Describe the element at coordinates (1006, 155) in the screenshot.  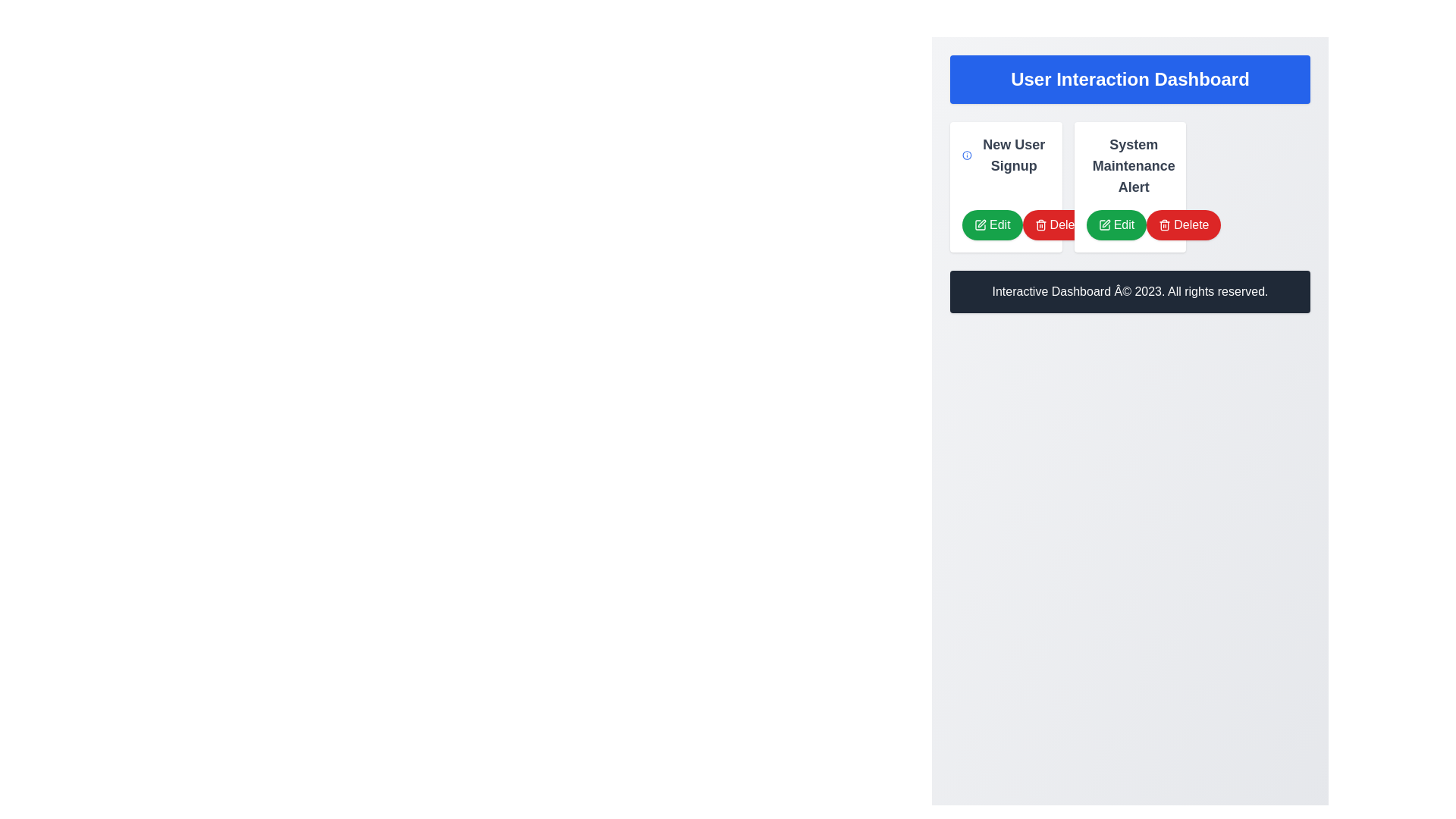
I see `the blue circular icon with an 'i' next to the 'New User Signup' label for additional information` at that location.